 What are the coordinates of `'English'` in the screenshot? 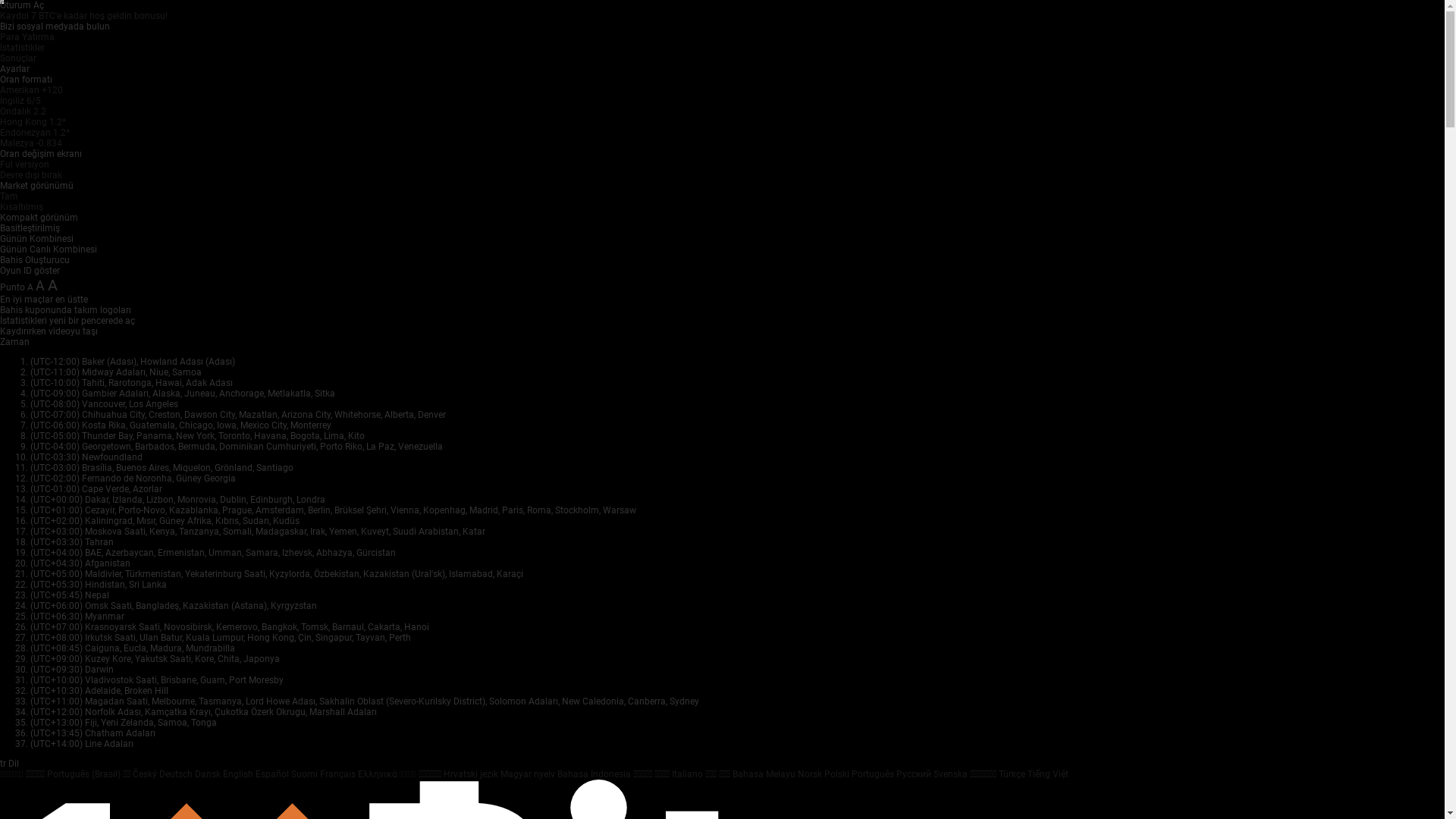 It's located at (238, 774).